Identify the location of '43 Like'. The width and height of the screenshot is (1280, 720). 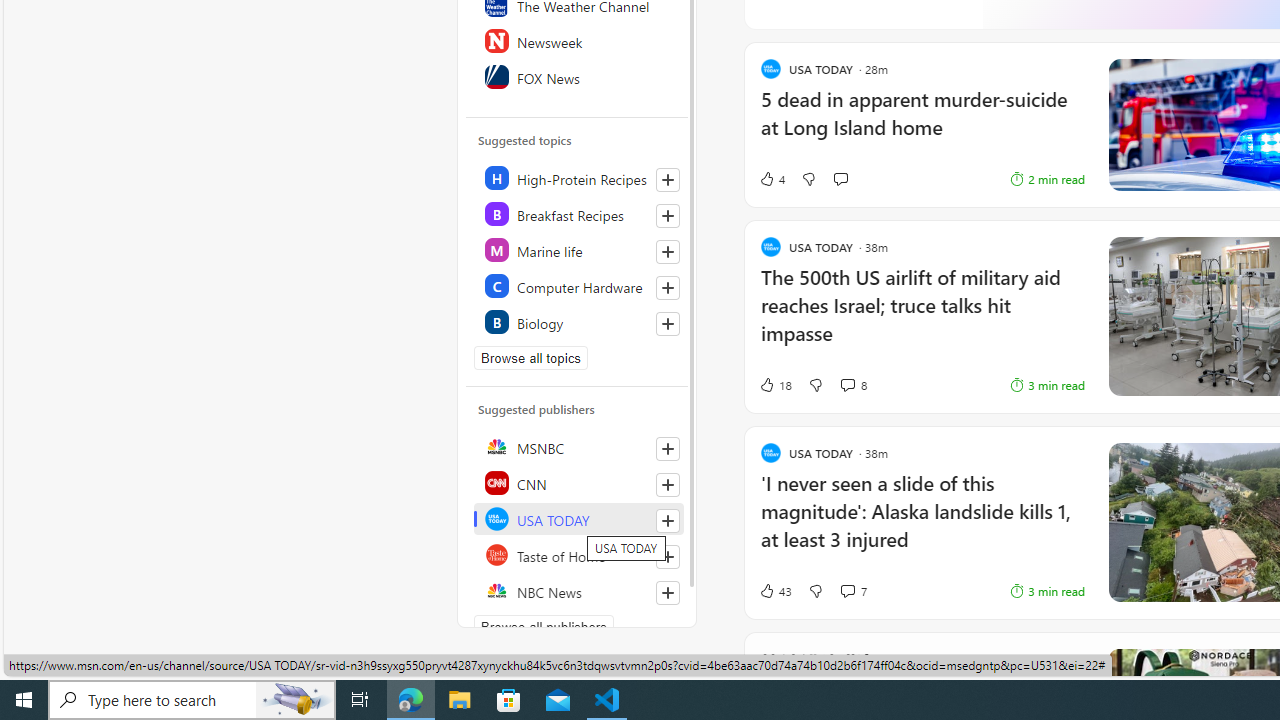
(774, 590).